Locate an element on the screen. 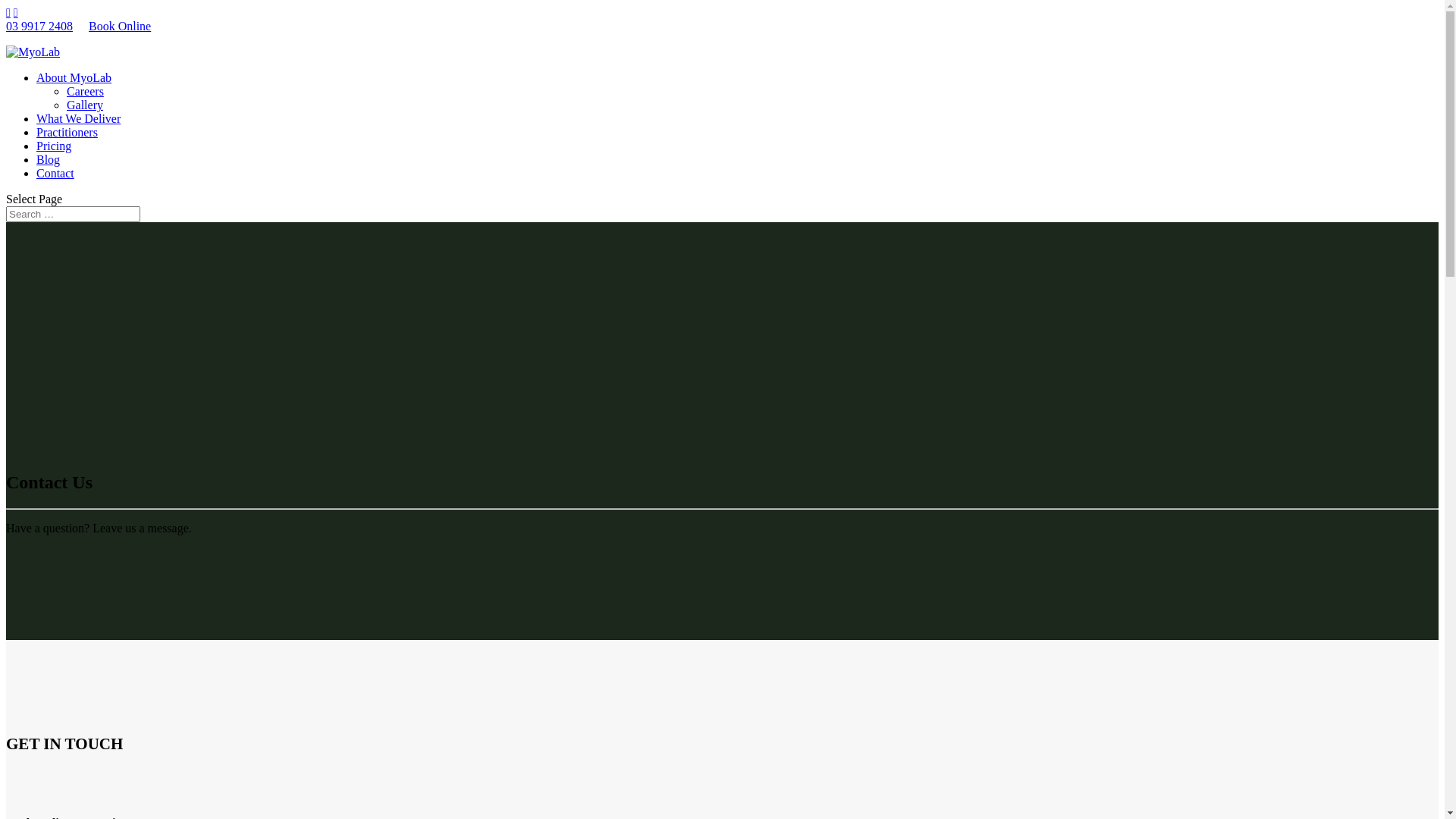  'Pricing' is located at coordinates (54, 146).